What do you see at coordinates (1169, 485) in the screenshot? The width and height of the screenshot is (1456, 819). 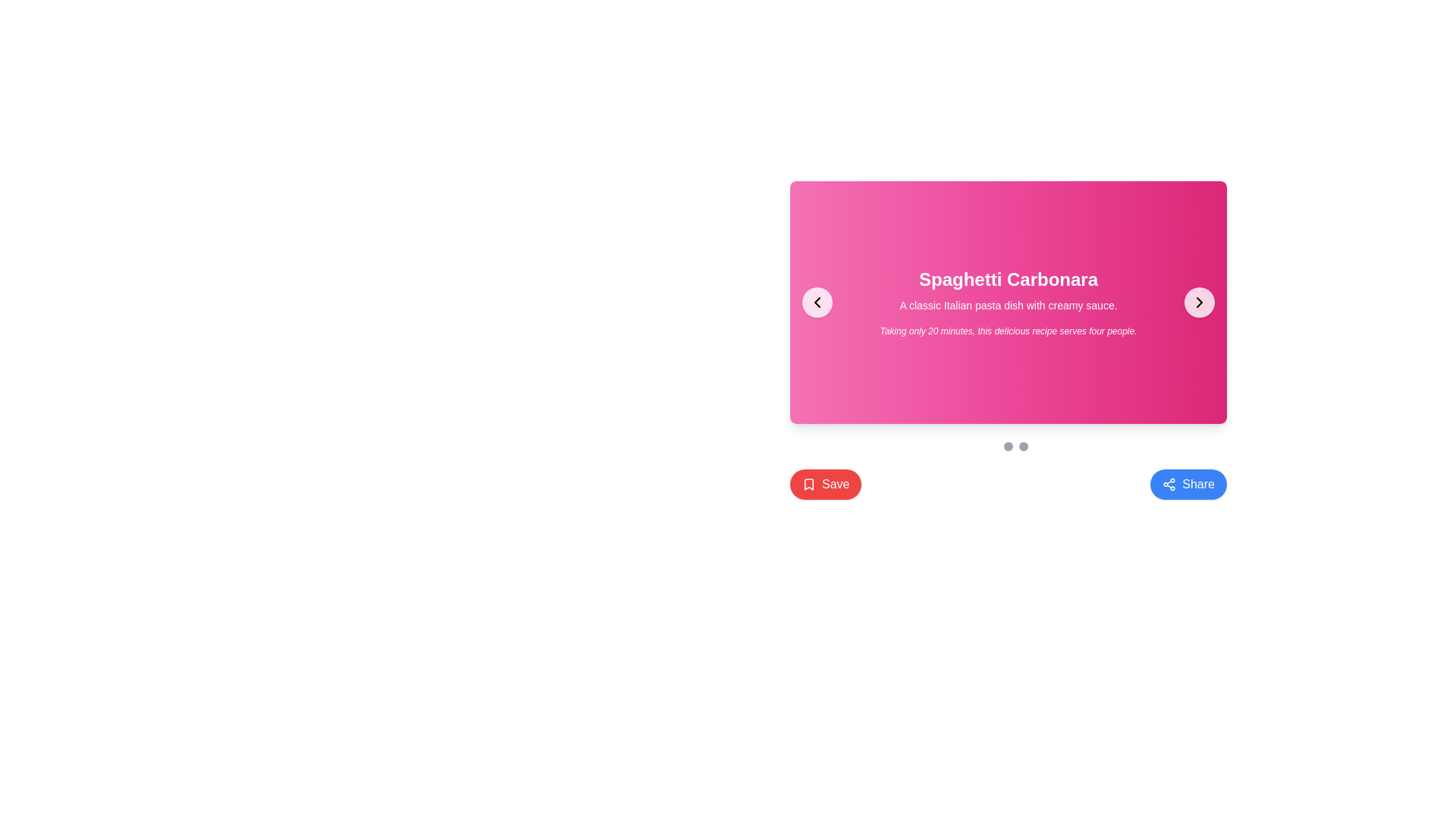 I see `the sharing icon, which is a graphic of three interconnected circles within the blue rounded rectangular 'Share' button, to initiate sharing` at bounding box center [1169, 485].